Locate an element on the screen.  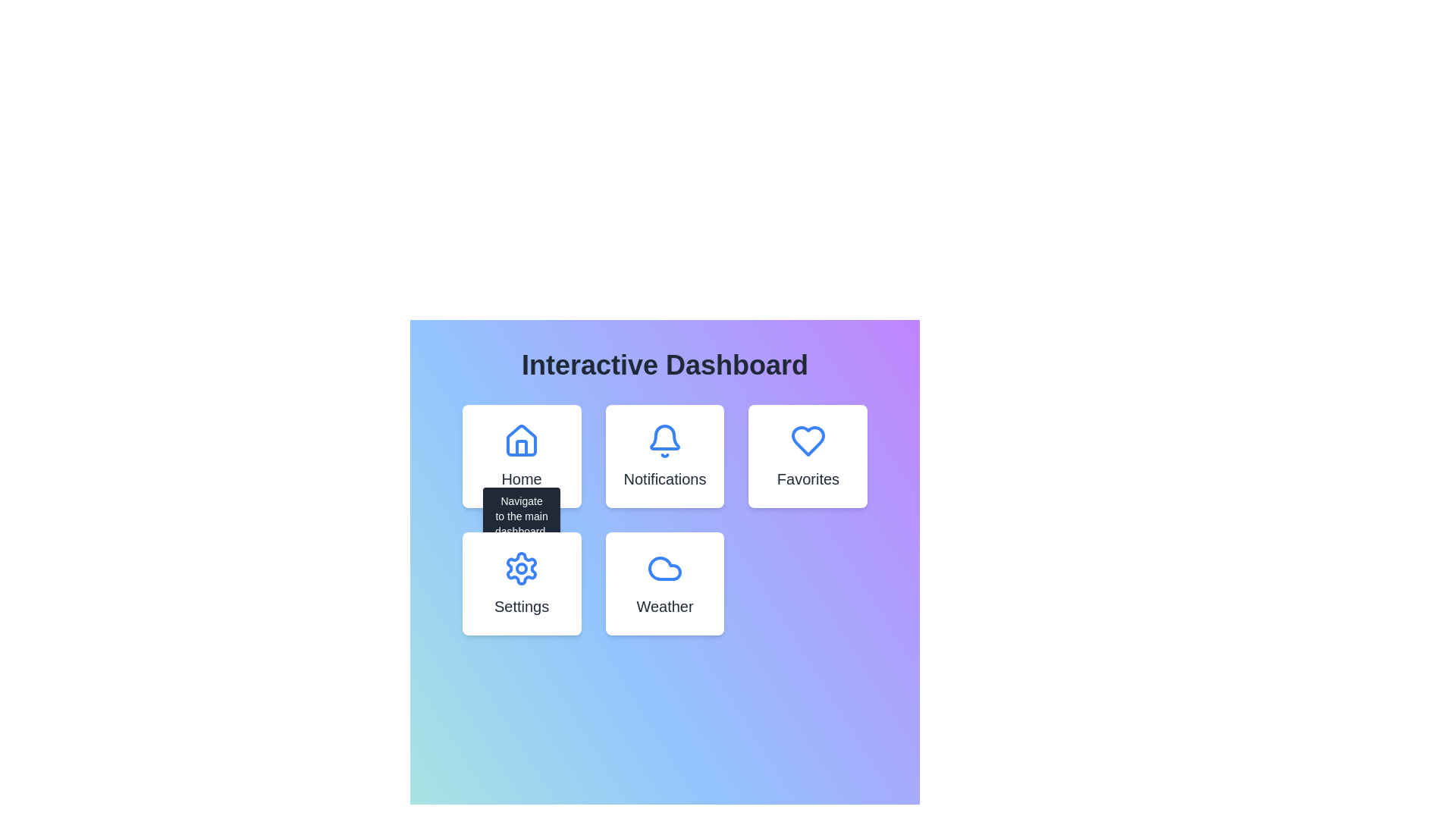
the blue cloud icon located in the 'Weather' card at the bottom-right corner of the dashboard is located at coordinates (665, 568).